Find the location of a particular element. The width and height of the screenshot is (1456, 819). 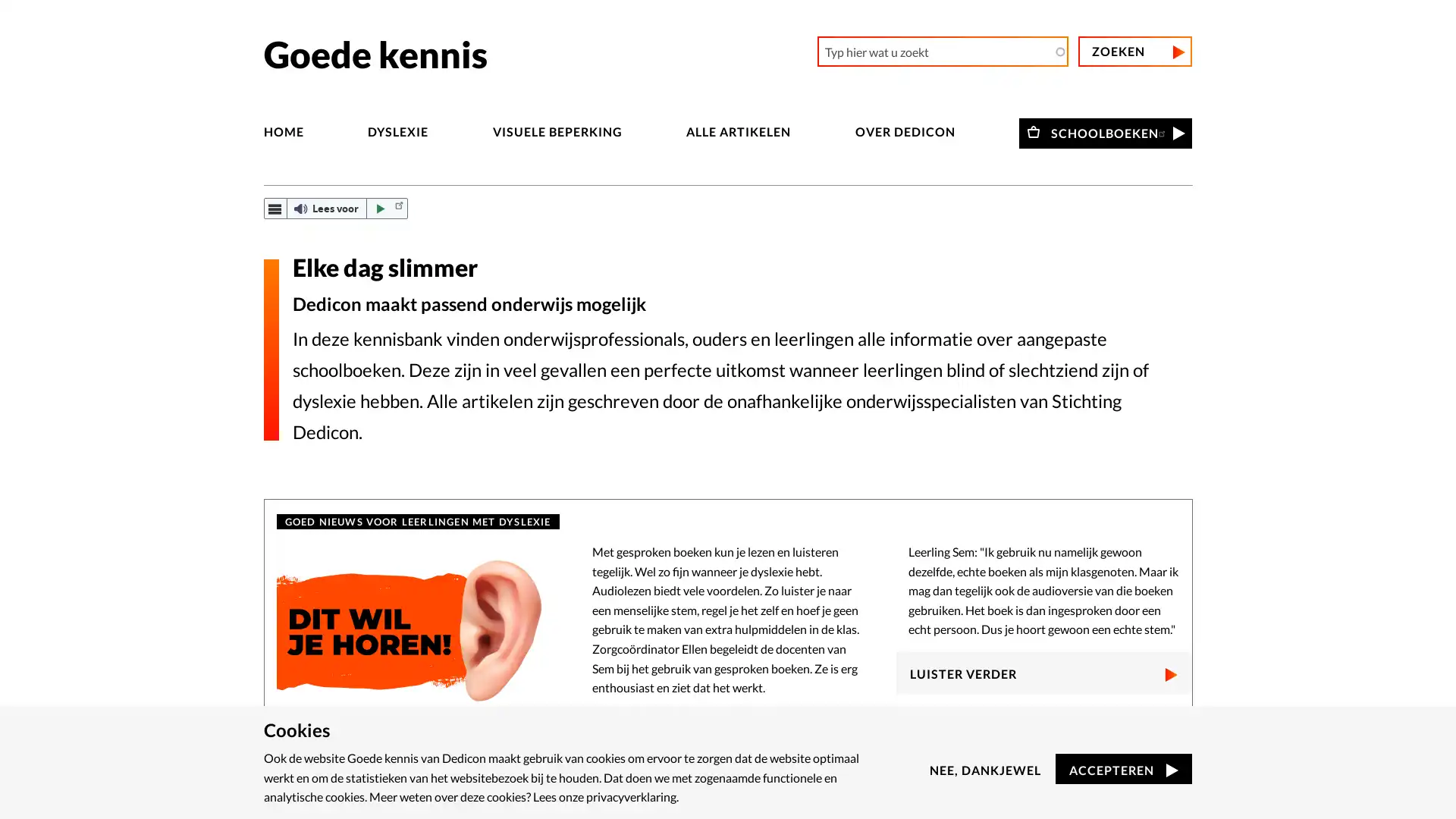

ACCEPTEREN is located at coordinates (1124, 768).